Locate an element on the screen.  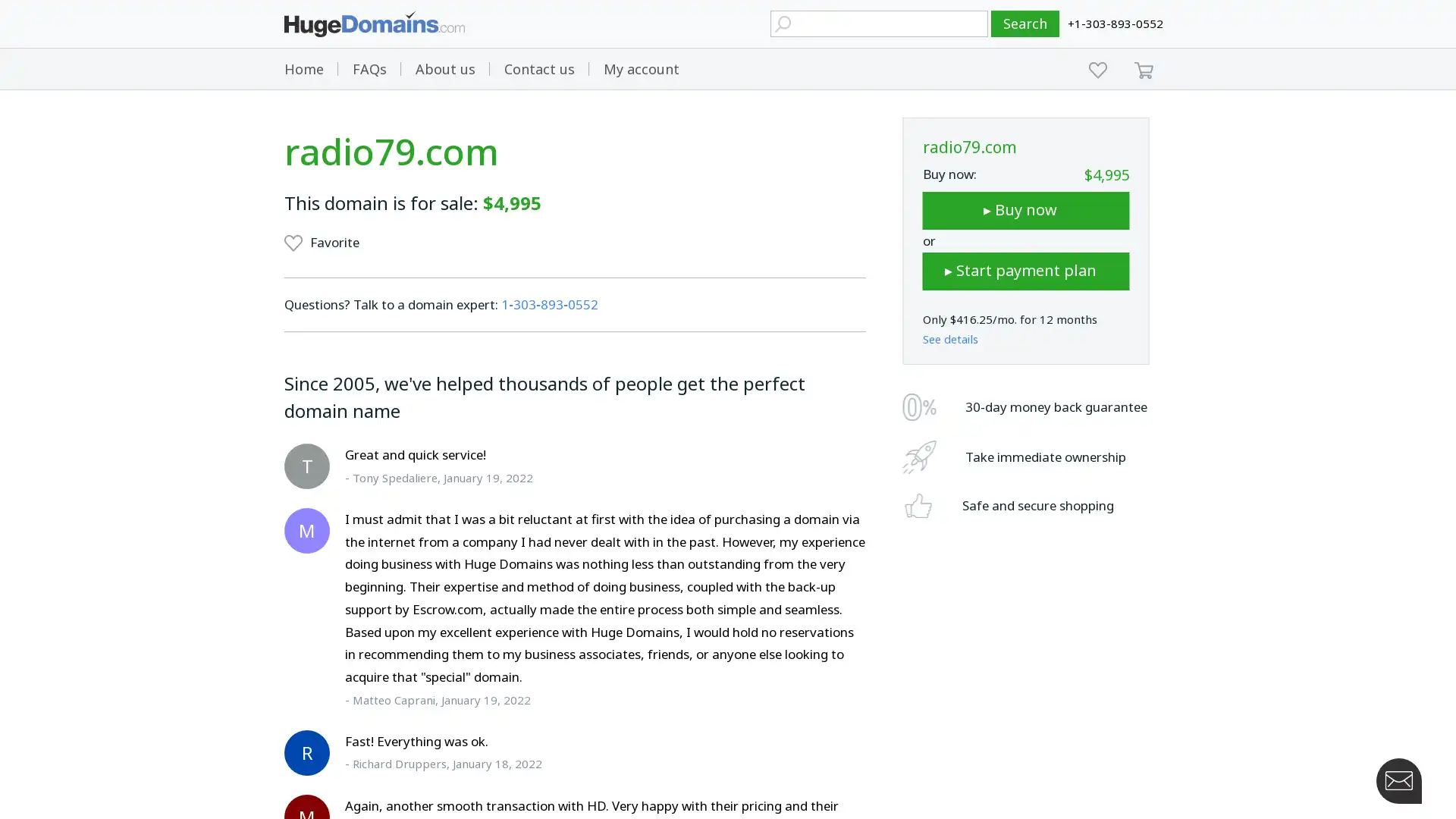
Search is located at coordinates (1025, 24).